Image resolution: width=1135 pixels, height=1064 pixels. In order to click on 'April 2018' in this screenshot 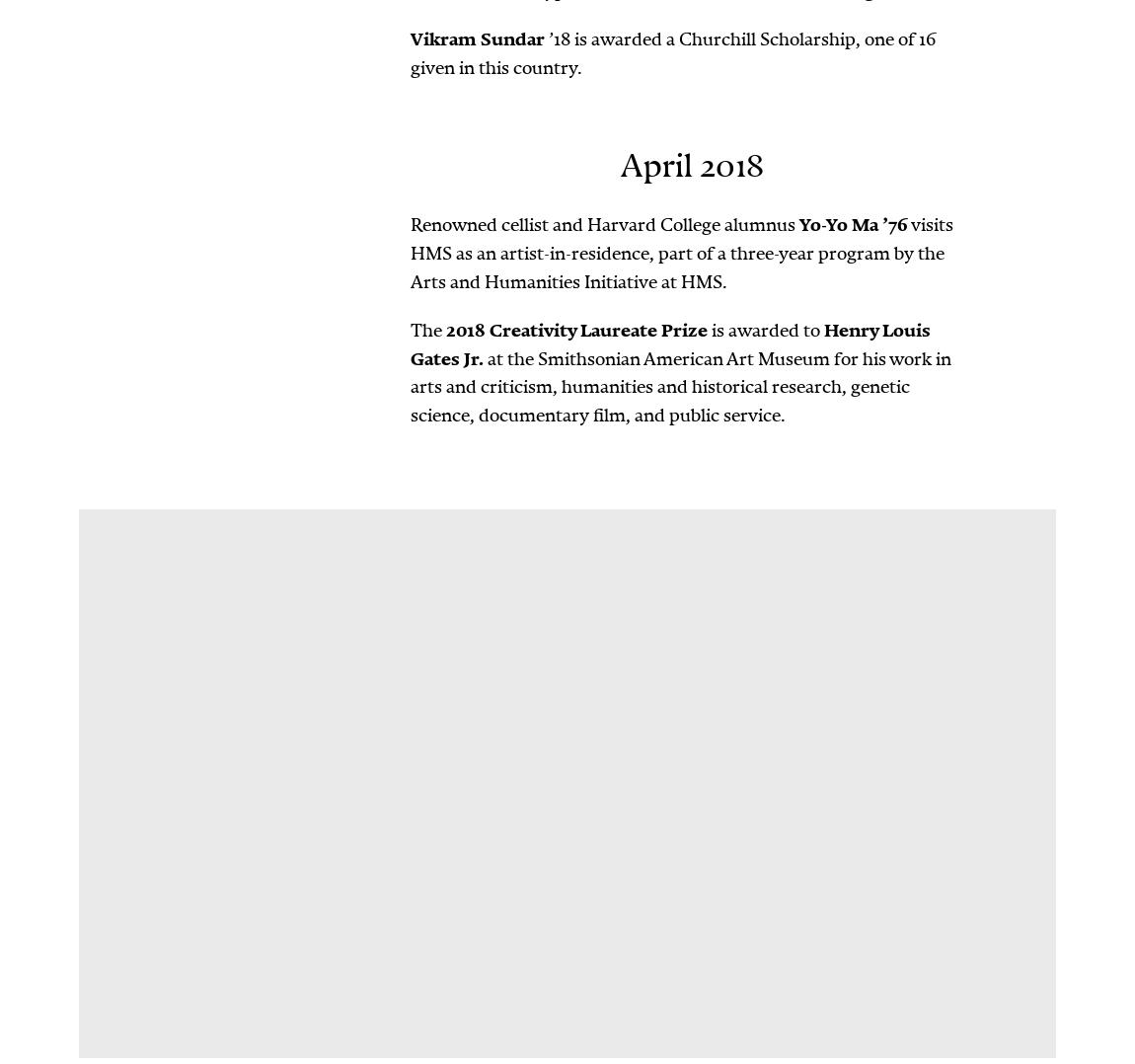, I will do `click(690, 164)`.